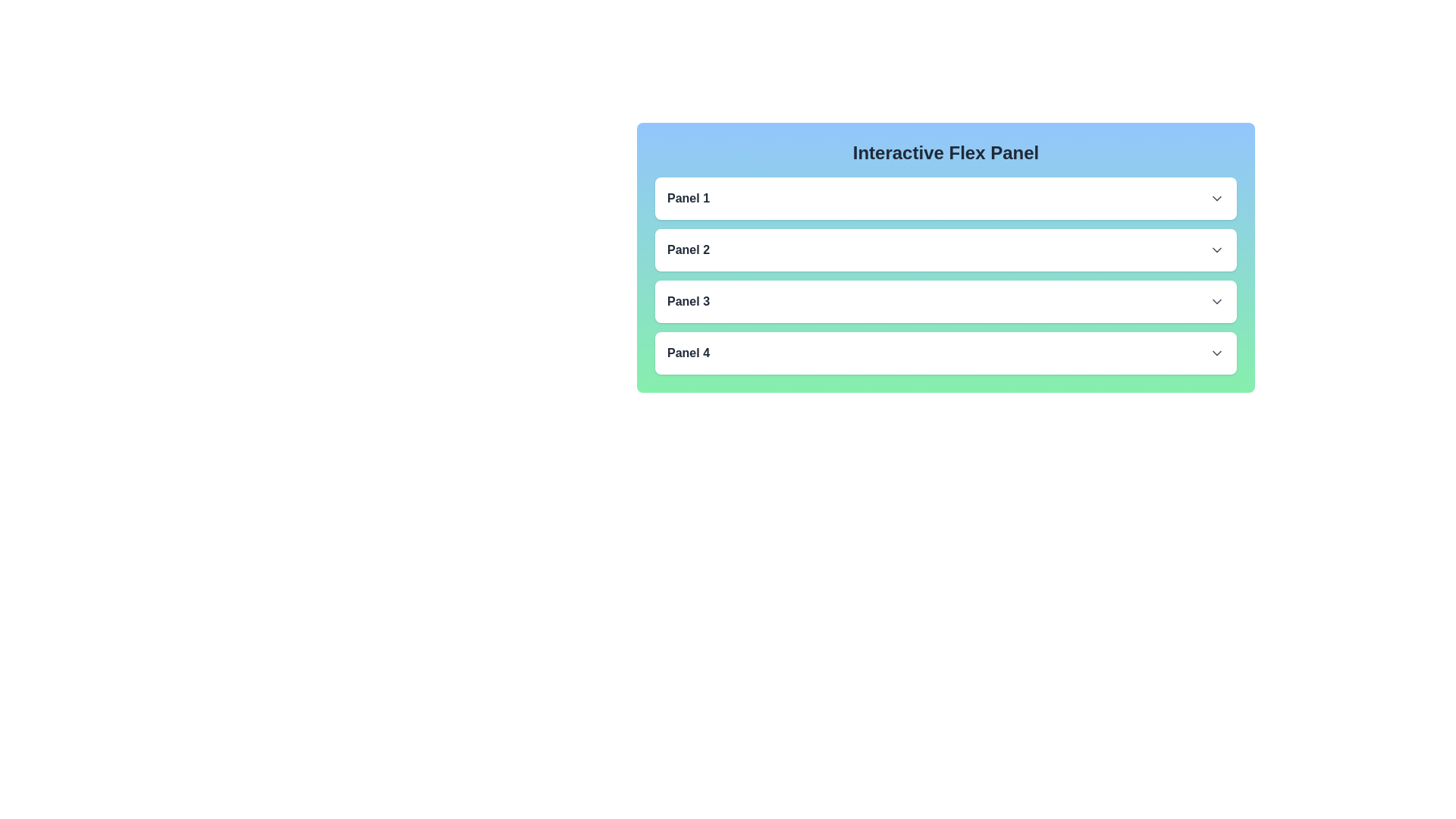 This screenshot has height=819, width=1456. Describe the element at coordinates (687, 353) in the screenshot. I see `the bold dark gray text label displaying 'Panel 4' to interact with the associated panel` at that location.